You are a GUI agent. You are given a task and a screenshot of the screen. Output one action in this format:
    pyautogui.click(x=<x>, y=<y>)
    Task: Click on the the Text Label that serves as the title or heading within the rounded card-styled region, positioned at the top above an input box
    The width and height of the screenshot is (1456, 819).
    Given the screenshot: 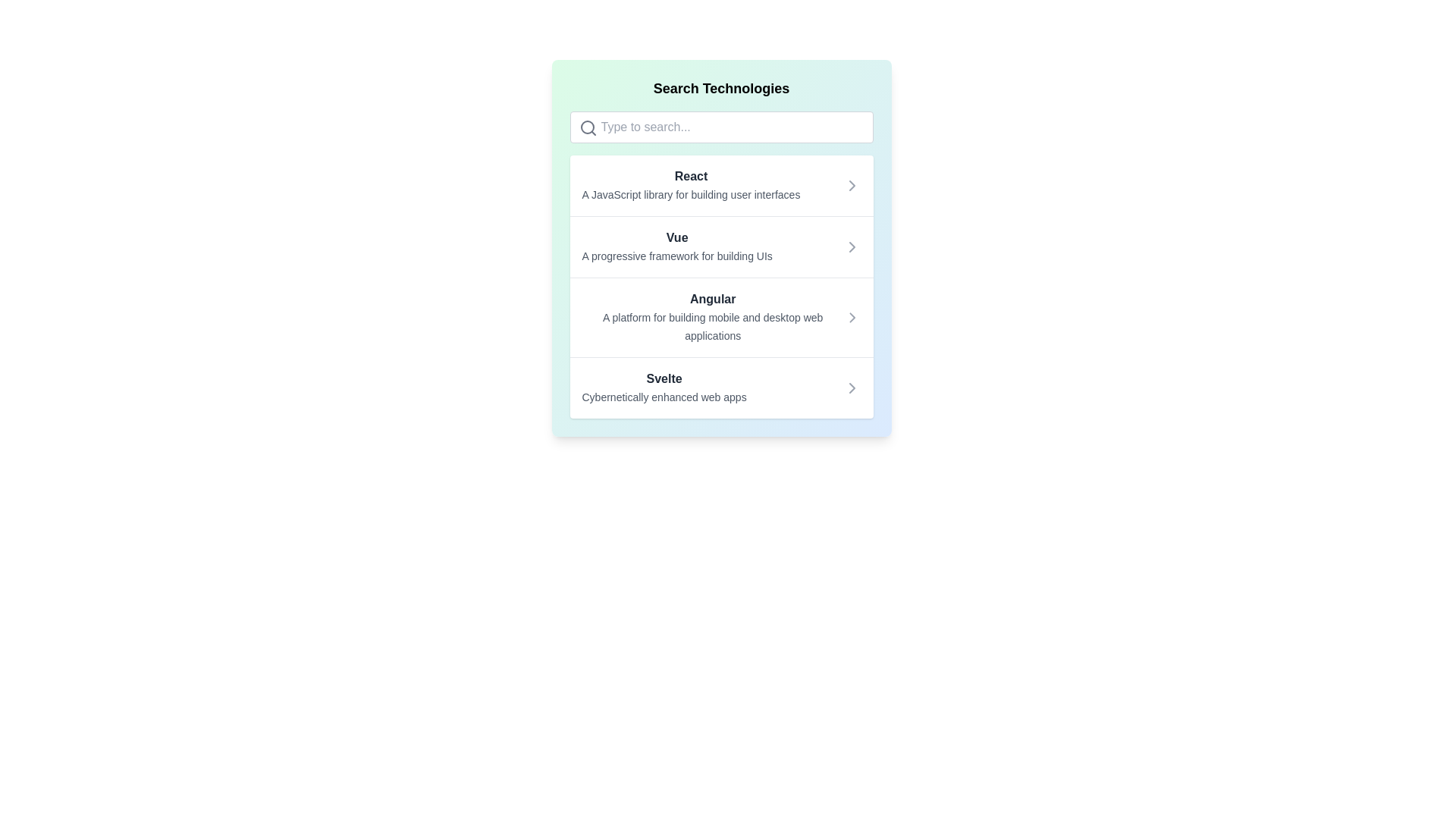 What is the action you would take?
    pyautogui.click(x=720, y=88)
    